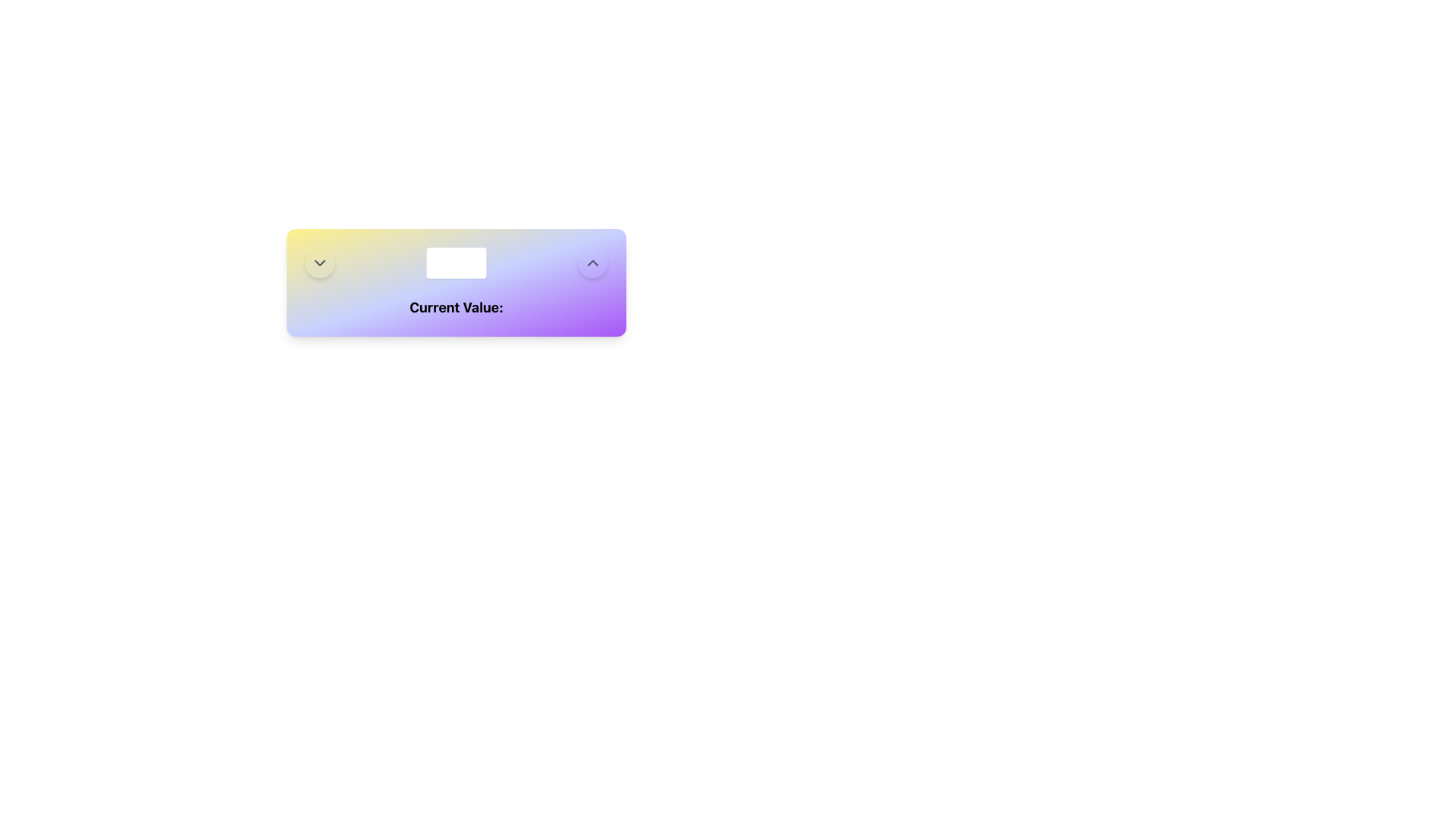 This screenshot has height=819, width=1456. Describe the element at coordinates (592, 262) in the screenshot. I see `the chevron icon button at the far-right side of the rectangular box` at that location.